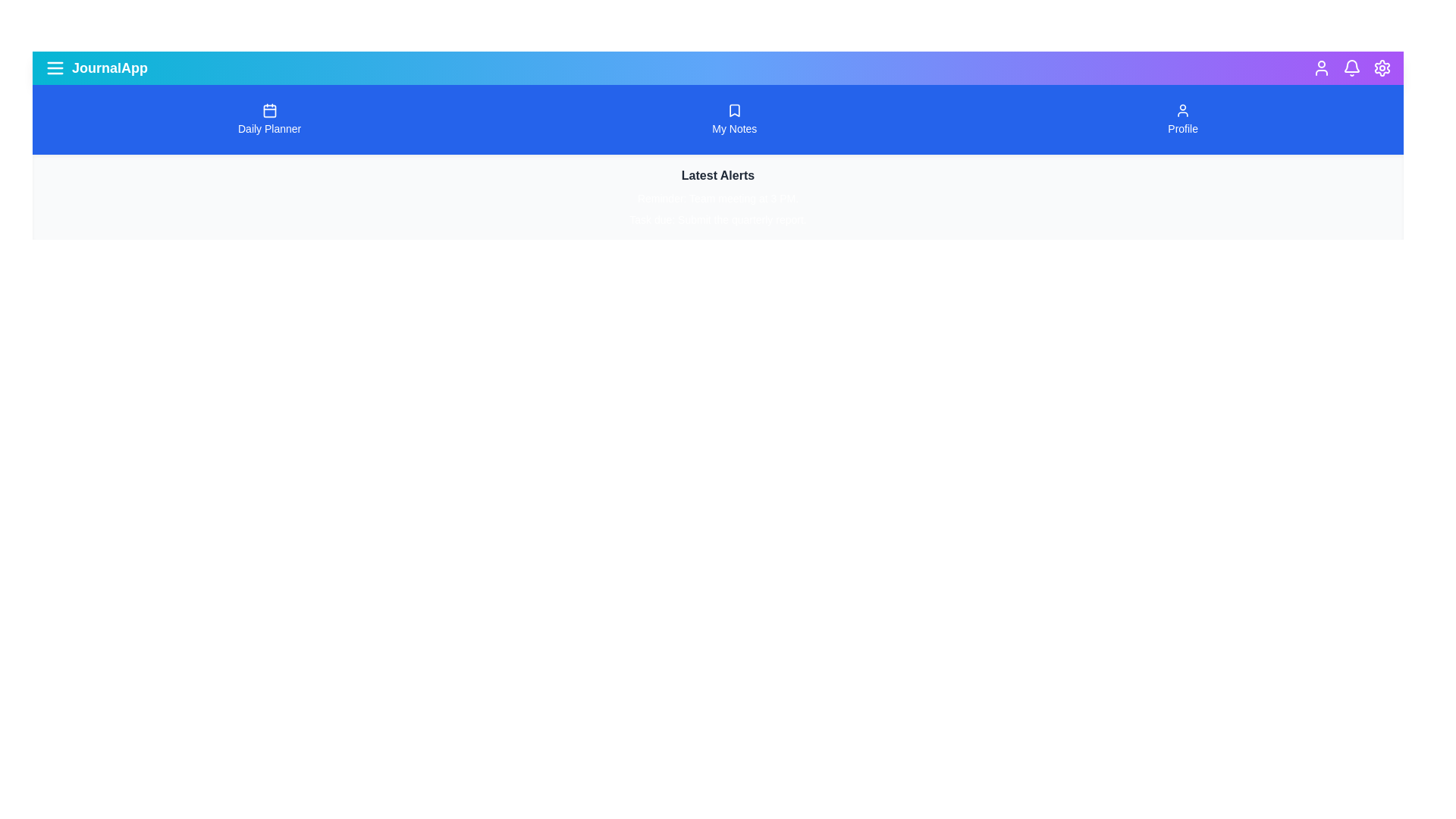  I want to click on the user profile icon to access user-related features, so click(1320, 67).